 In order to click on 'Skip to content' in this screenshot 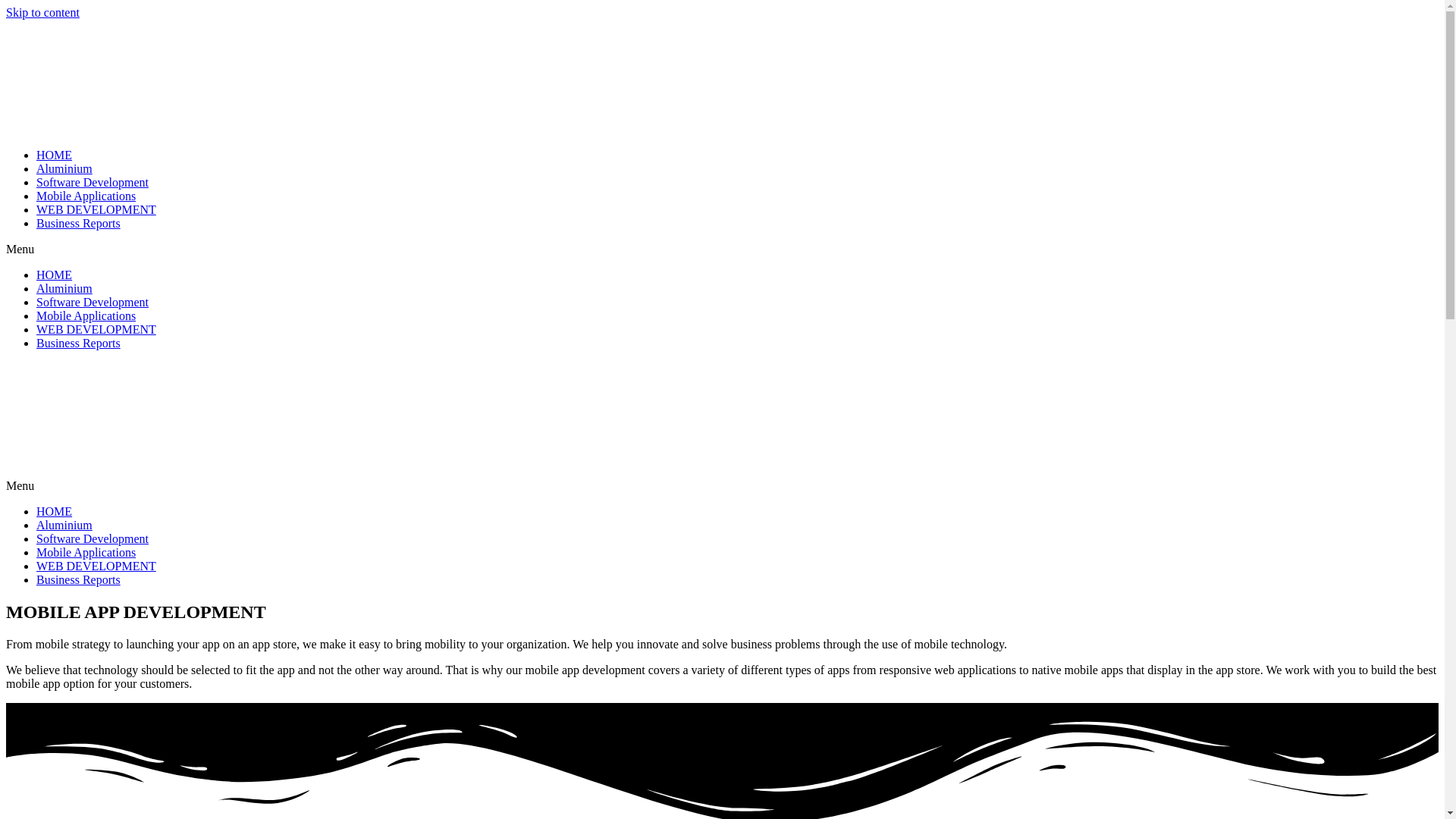, I will do `click(42, 12)`.